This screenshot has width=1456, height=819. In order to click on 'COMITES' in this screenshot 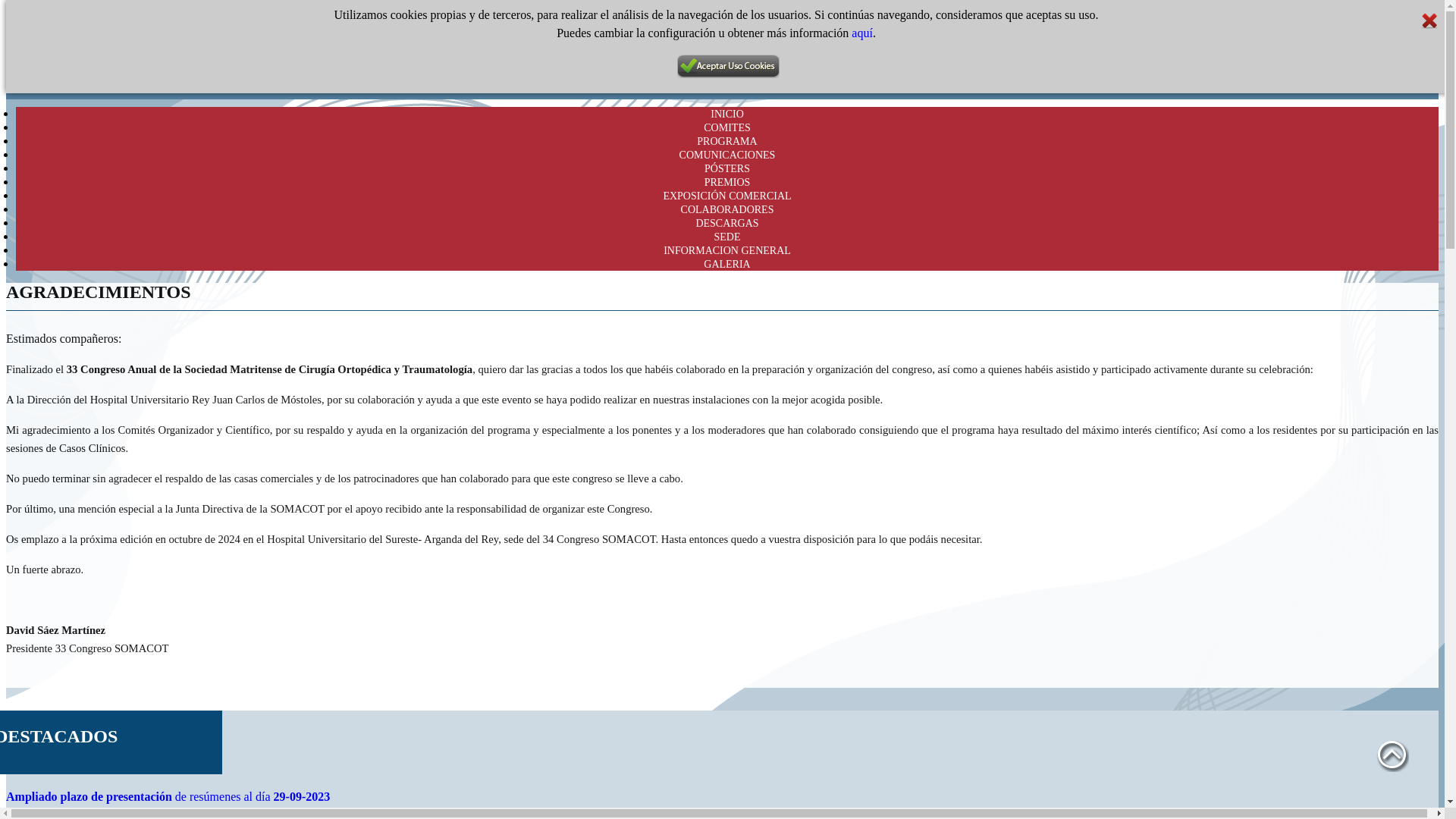, I will do `click(726, 127)`.